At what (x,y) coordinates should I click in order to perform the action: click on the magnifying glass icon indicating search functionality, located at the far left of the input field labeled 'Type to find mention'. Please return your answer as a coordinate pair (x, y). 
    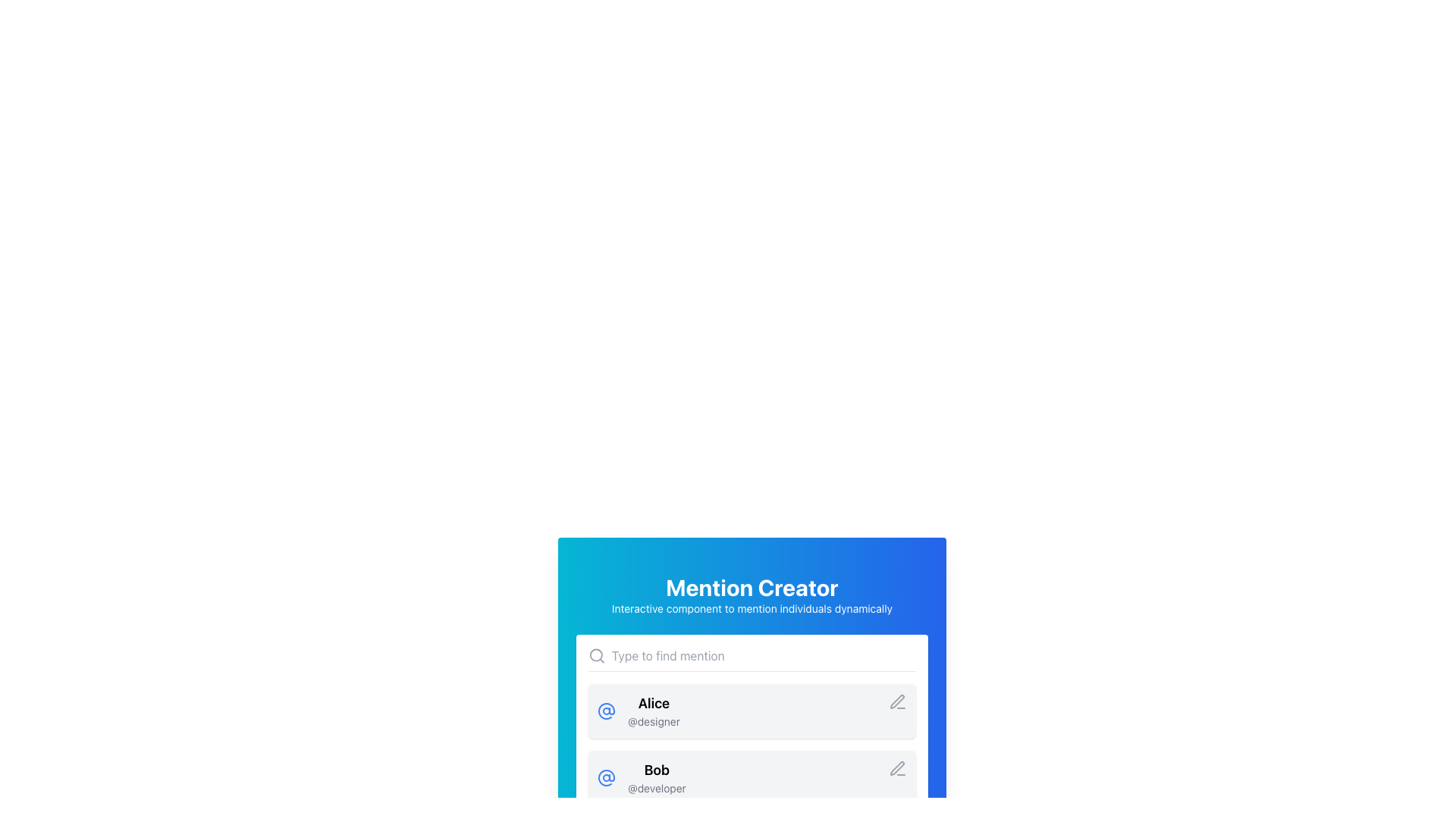
    Looking at the image, I should click on (596, 654).